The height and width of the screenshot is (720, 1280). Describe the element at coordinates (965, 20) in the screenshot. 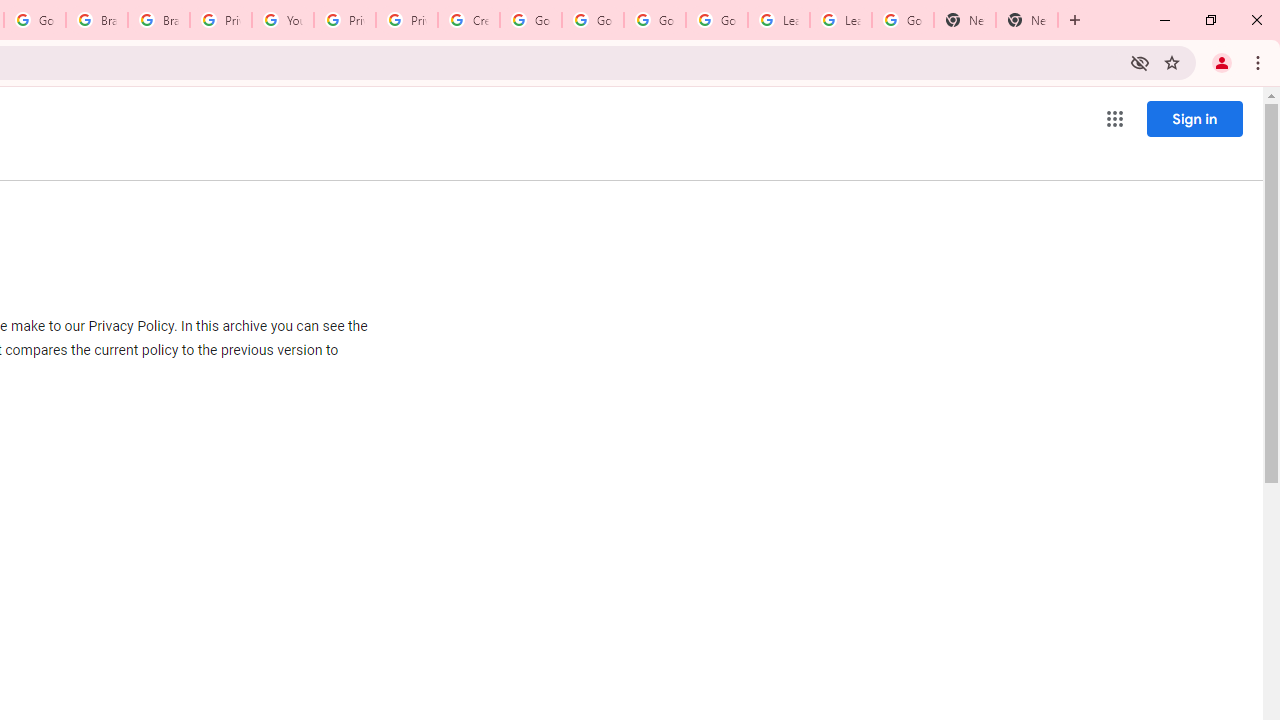

I see `'New Tab'` at that location.